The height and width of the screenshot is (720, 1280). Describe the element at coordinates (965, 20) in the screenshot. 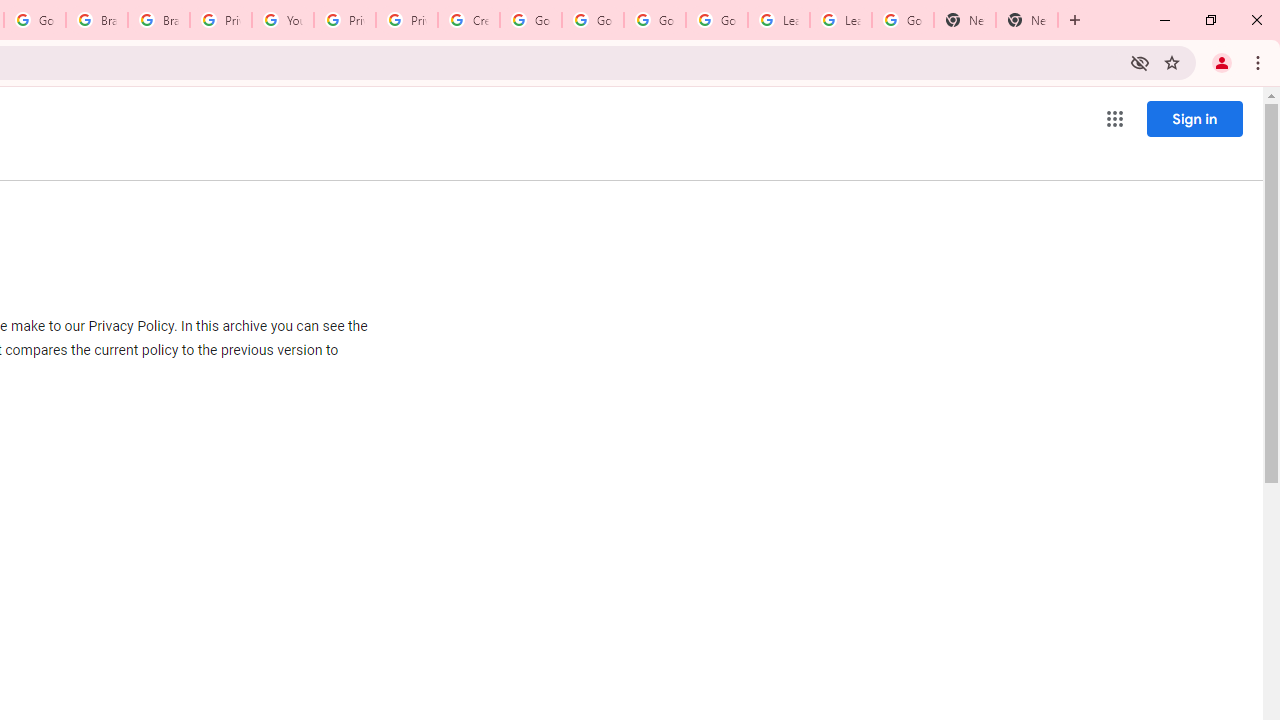

I see `'New Tab'` at that location.